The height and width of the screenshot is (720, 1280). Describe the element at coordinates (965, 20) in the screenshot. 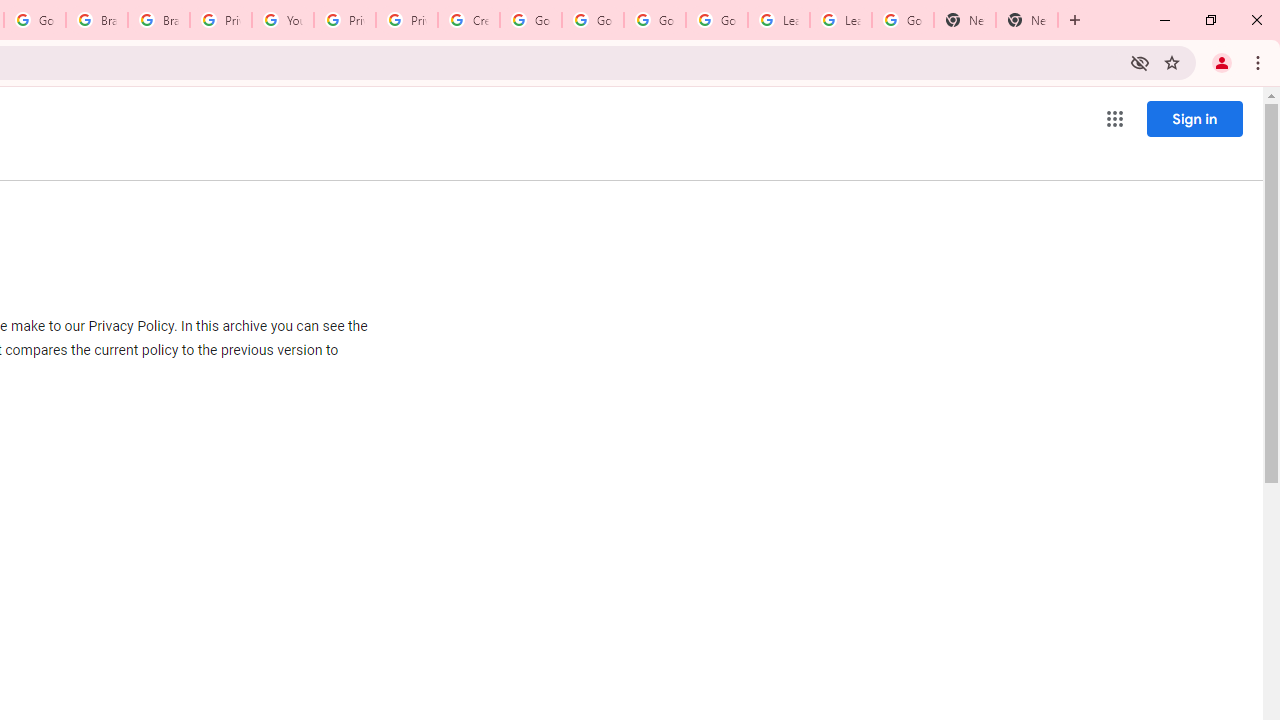

I see `'New Tab'` at that location.